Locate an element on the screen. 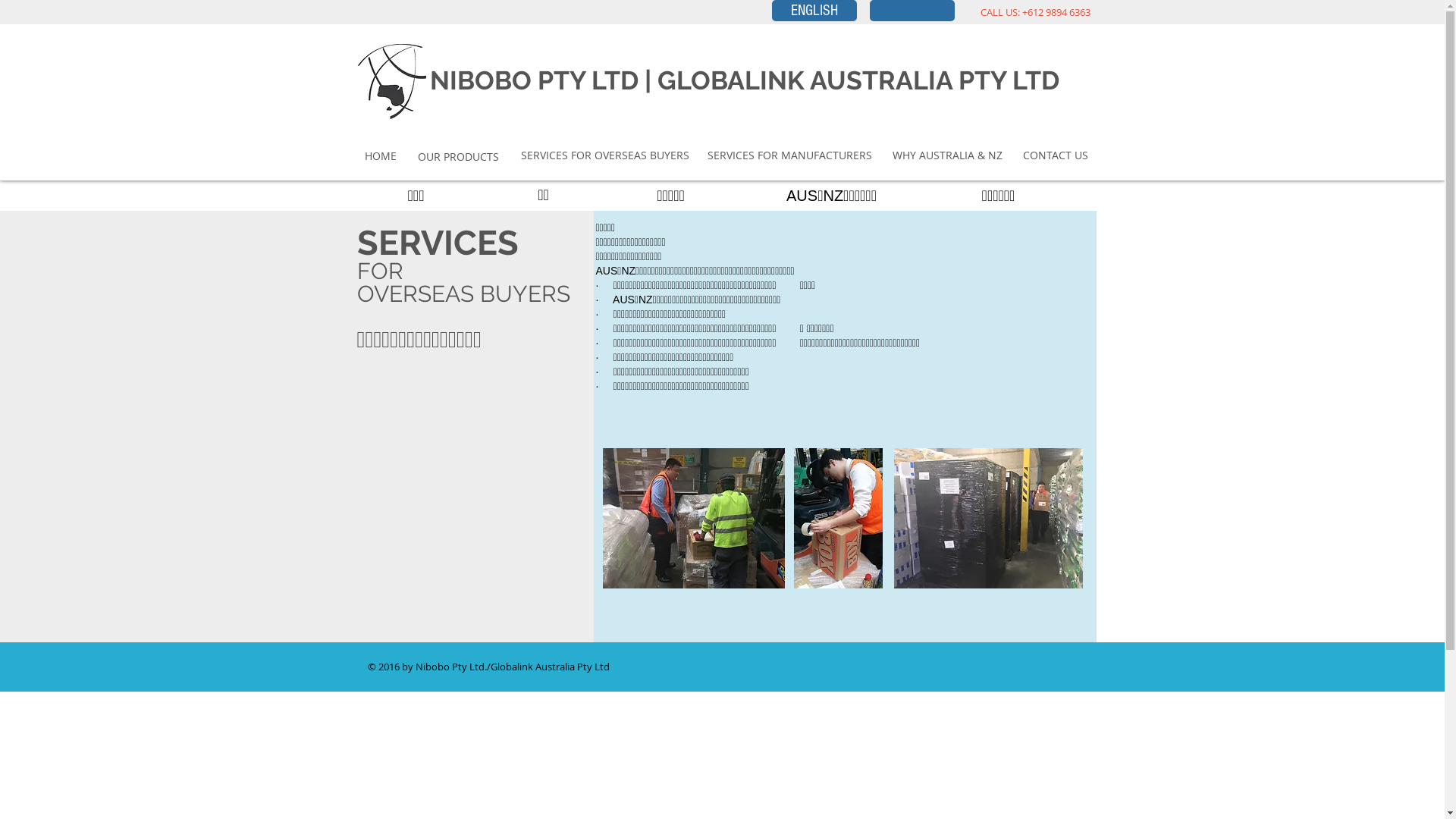 The width and height of the screenshot is (1456, 819). 'CONTACT US' is located at coordinates (1054, 155).